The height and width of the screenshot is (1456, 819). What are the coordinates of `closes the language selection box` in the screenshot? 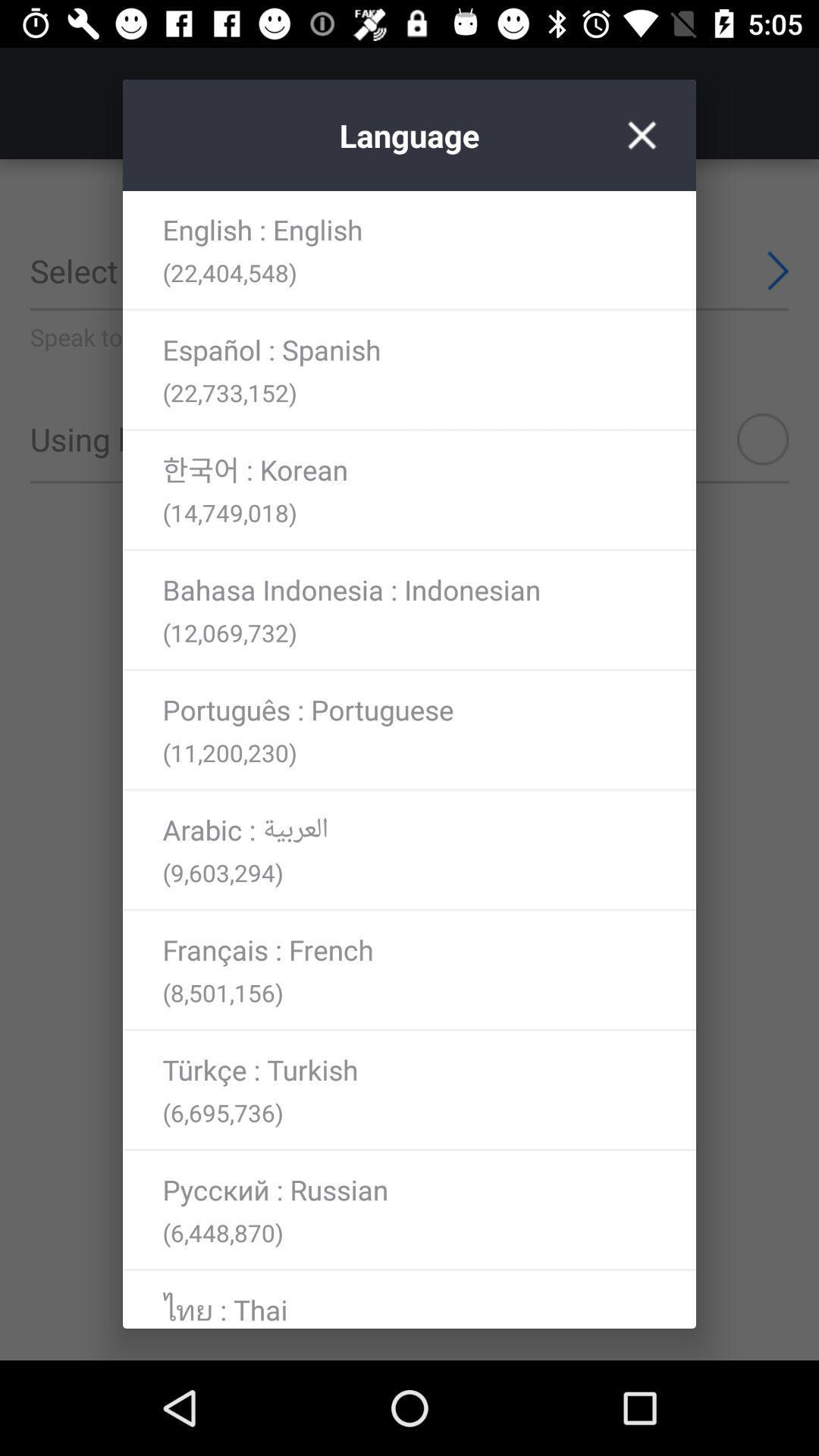 It's located at (642, 135).